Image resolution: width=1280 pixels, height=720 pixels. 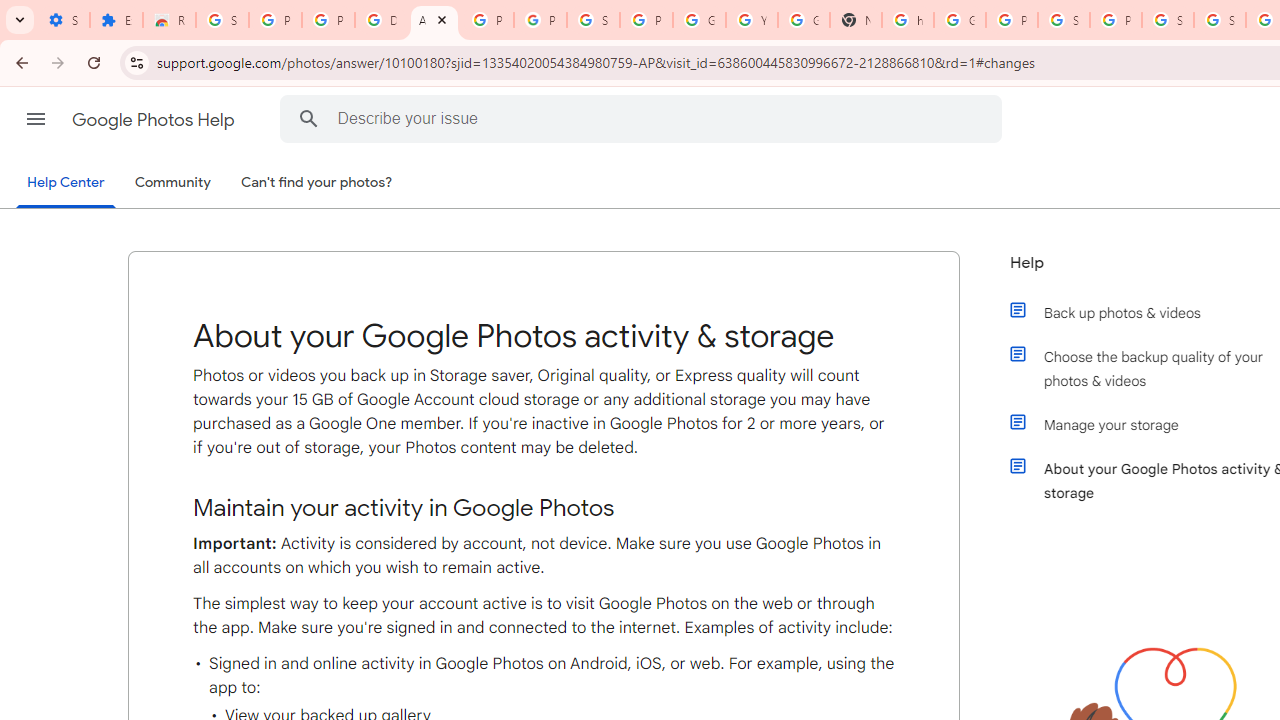 What do you see at coordinates (1063, 20) in the screenshot?
I see `'Sign in - Google Accounts'` at bounding box center [1063, 20].